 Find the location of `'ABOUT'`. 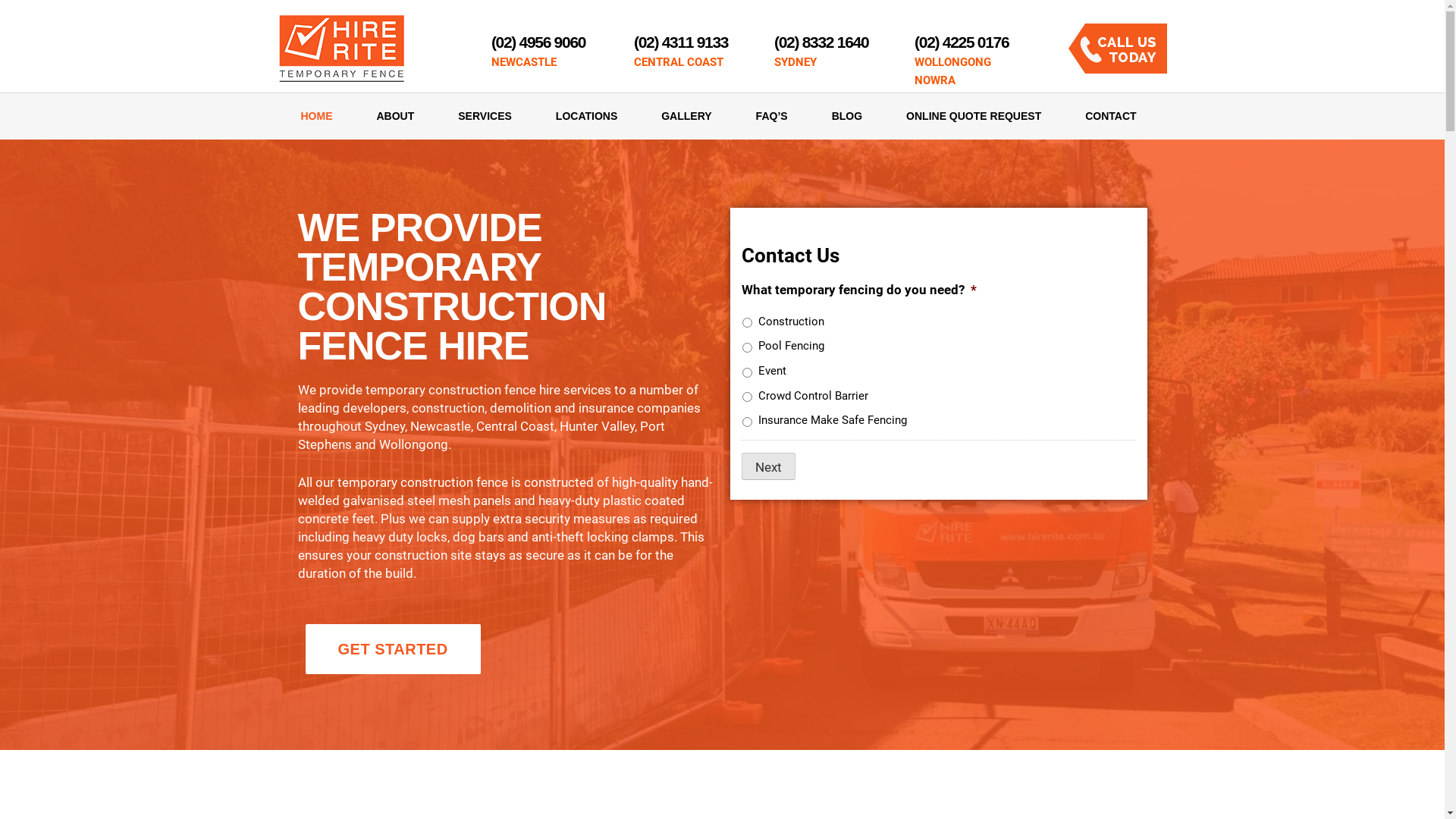

'ABOUT' is located at coordinates (396, 115).